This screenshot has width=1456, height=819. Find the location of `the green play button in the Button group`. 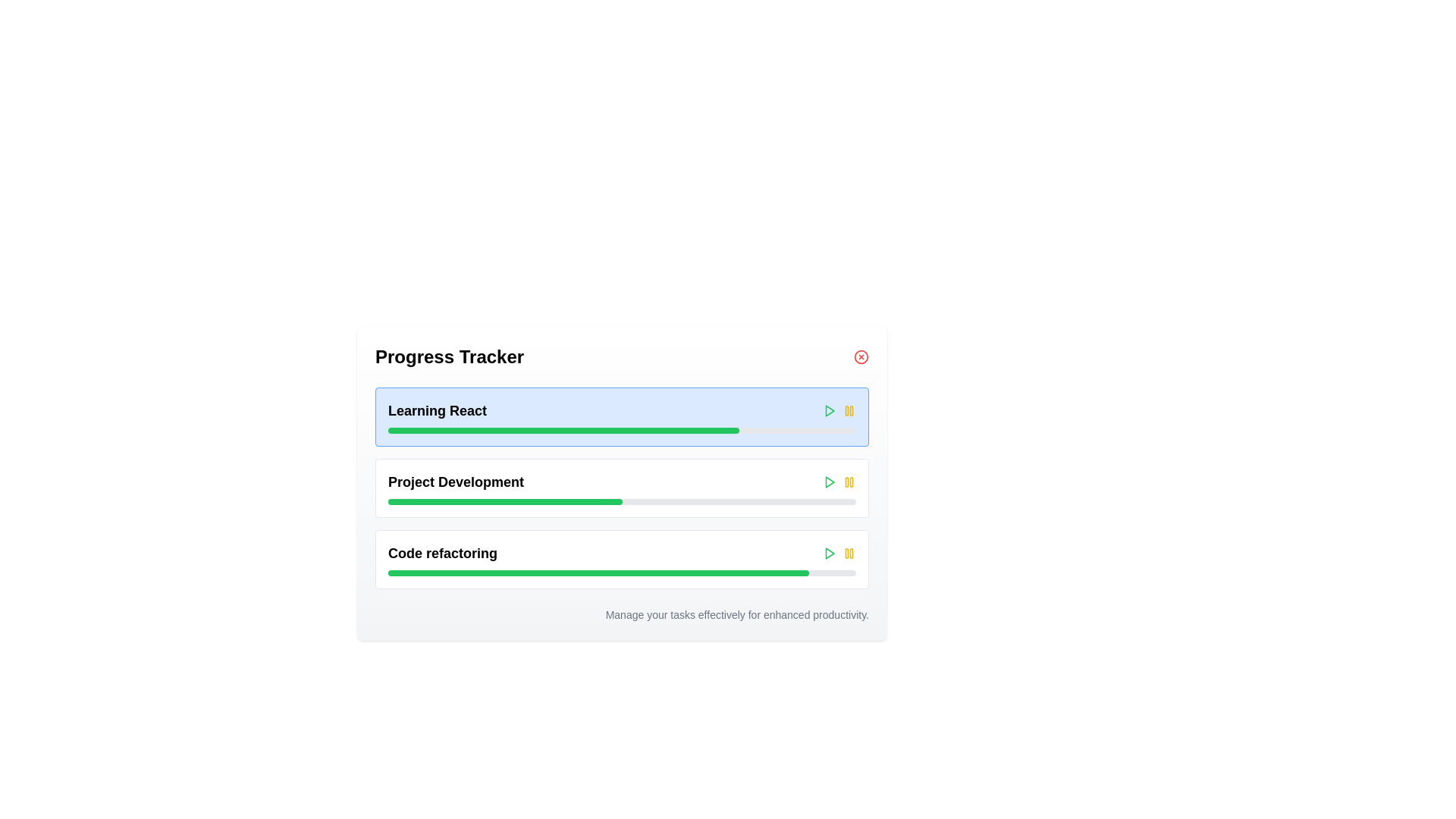

the green play button in the Button group is located at coordinates (839, 482).